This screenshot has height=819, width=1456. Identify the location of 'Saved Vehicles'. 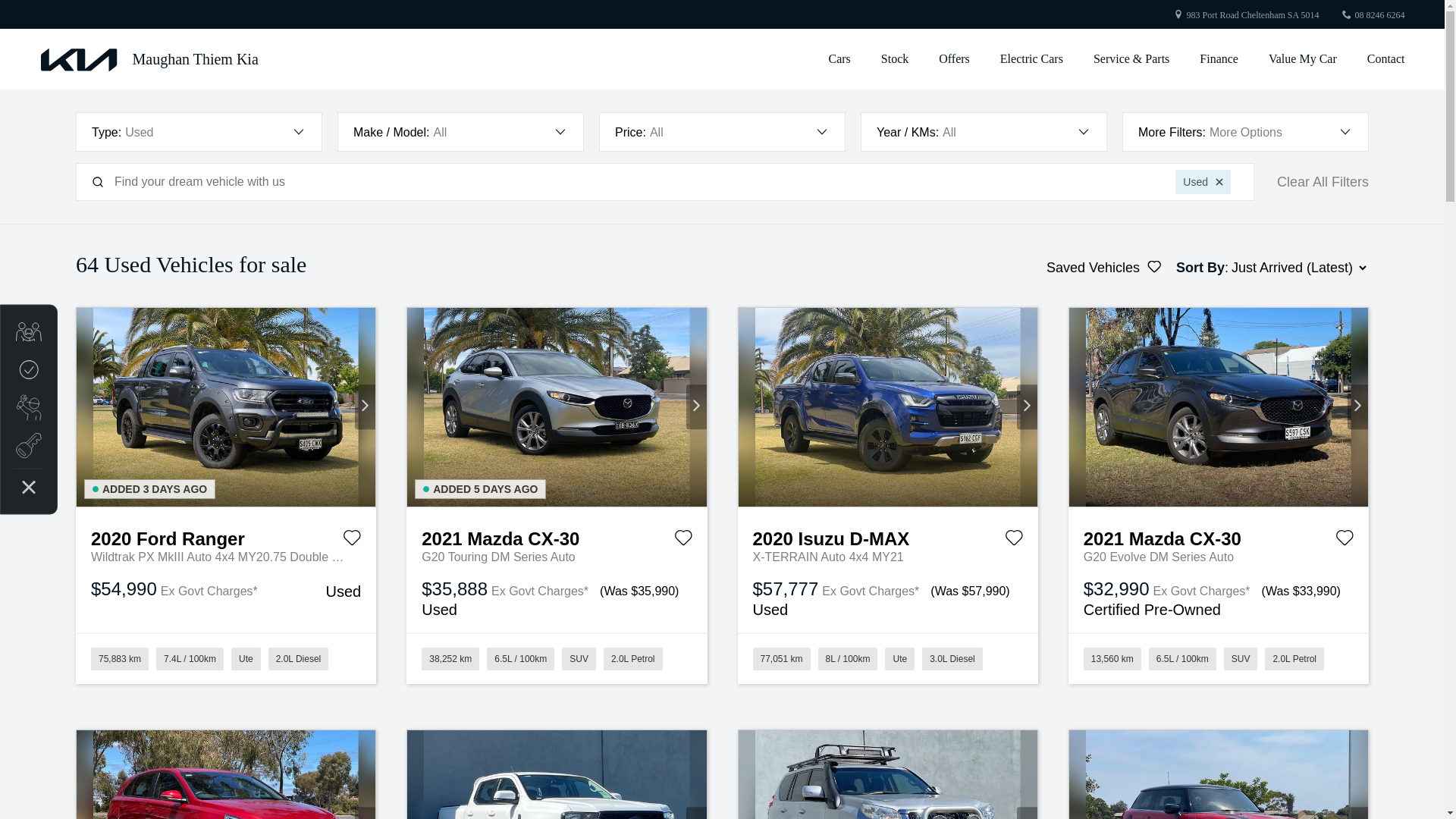
(1103, 267).